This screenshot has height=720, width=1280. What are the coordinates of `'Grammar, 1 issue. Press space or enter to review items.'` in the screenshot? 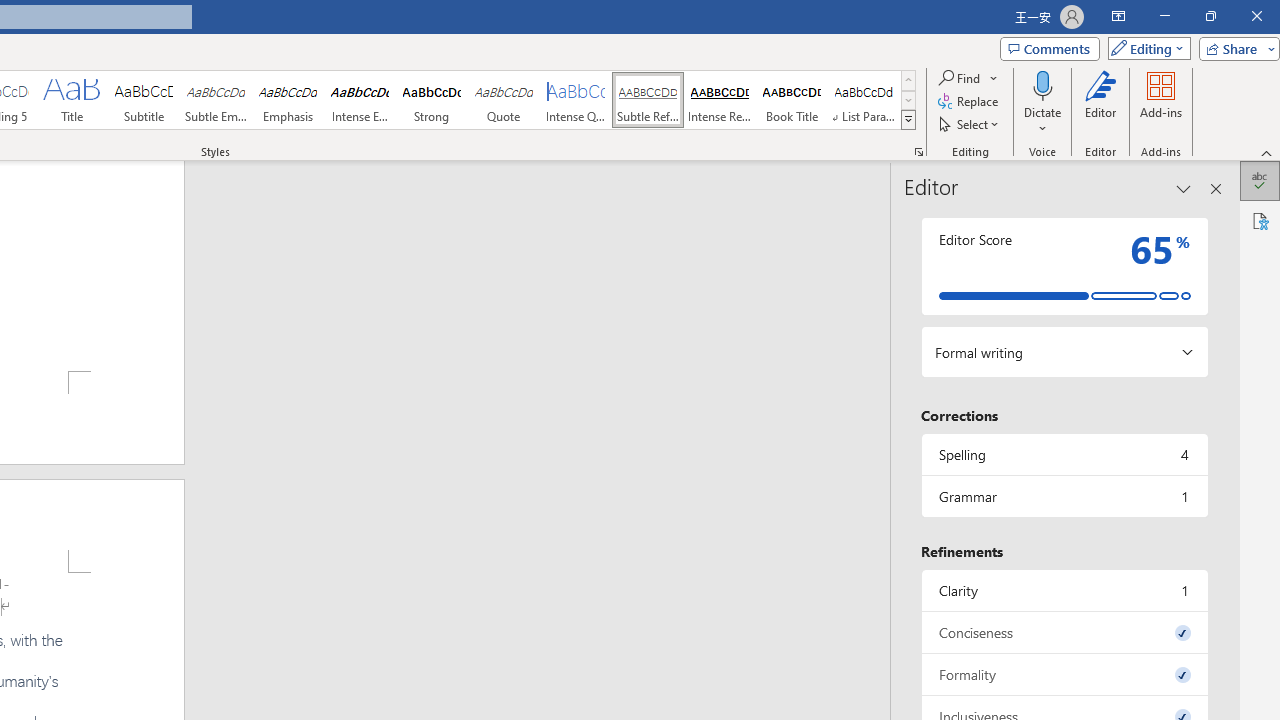 It's located at (1063, 495).